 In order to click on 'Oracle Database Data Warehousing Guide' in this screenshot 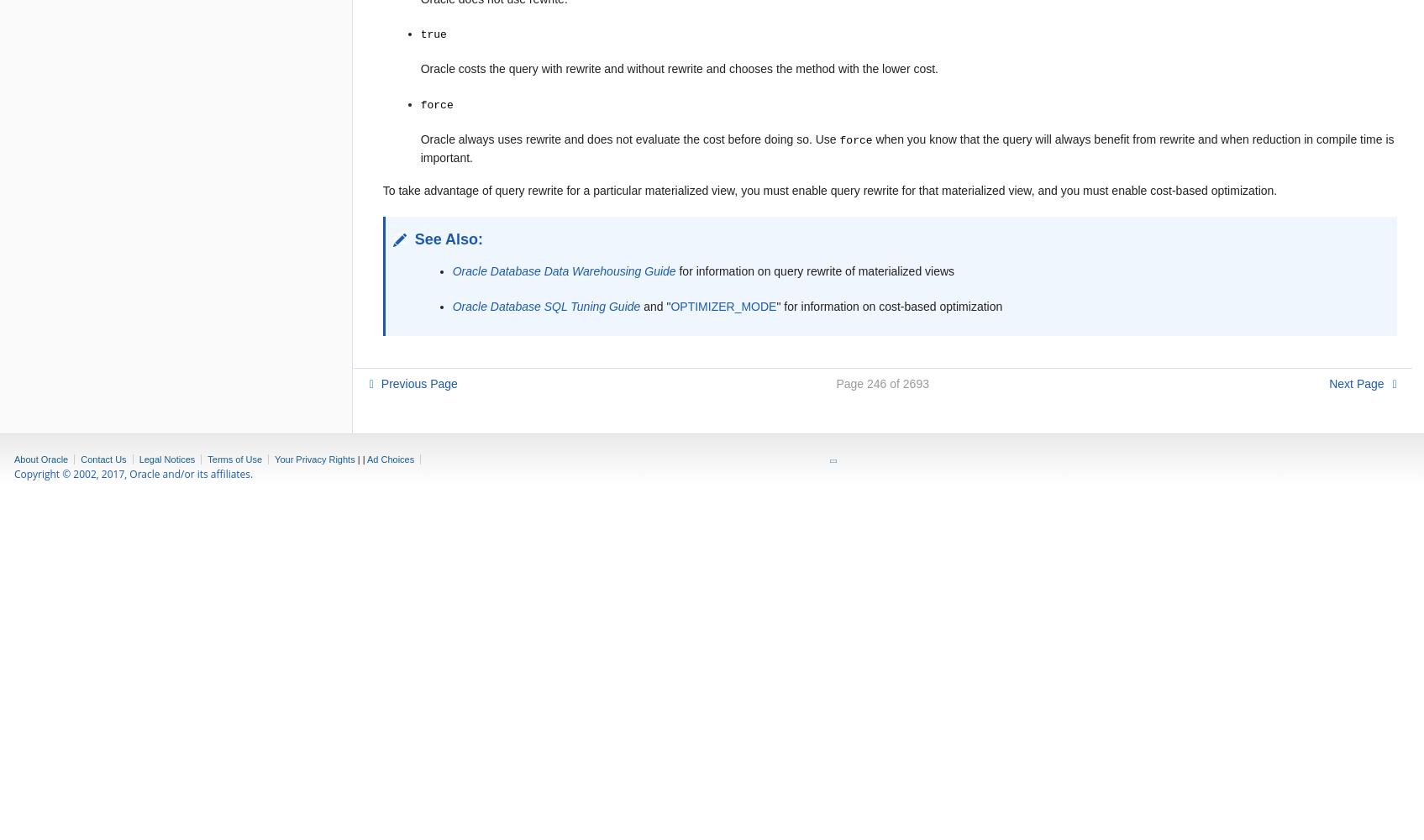, I will do `click(564, 270)`.